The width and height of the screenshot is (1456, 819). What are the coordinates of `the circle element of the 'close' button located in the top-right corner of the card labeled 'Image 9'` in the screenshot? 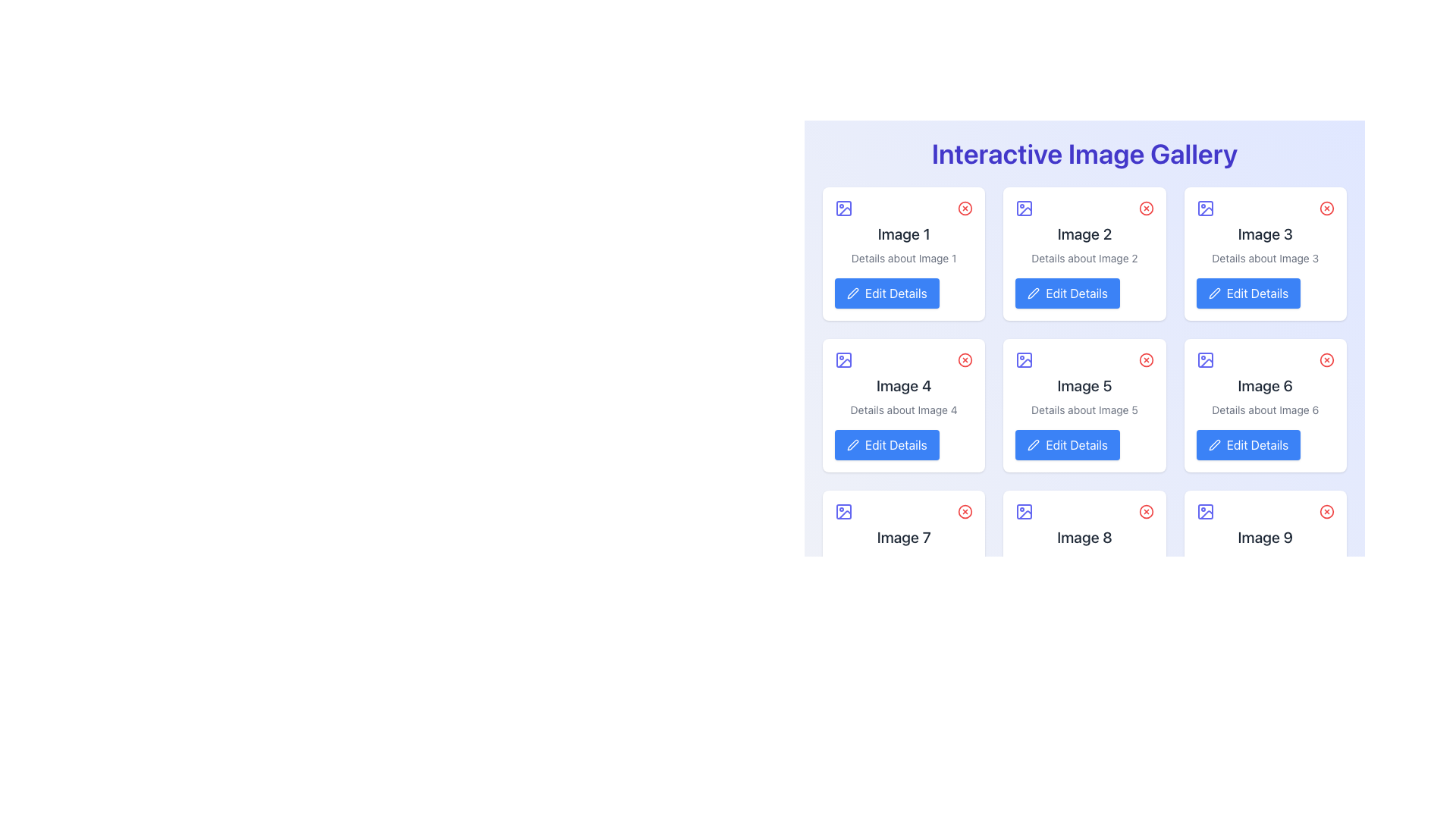 It's located at (1326, 512).